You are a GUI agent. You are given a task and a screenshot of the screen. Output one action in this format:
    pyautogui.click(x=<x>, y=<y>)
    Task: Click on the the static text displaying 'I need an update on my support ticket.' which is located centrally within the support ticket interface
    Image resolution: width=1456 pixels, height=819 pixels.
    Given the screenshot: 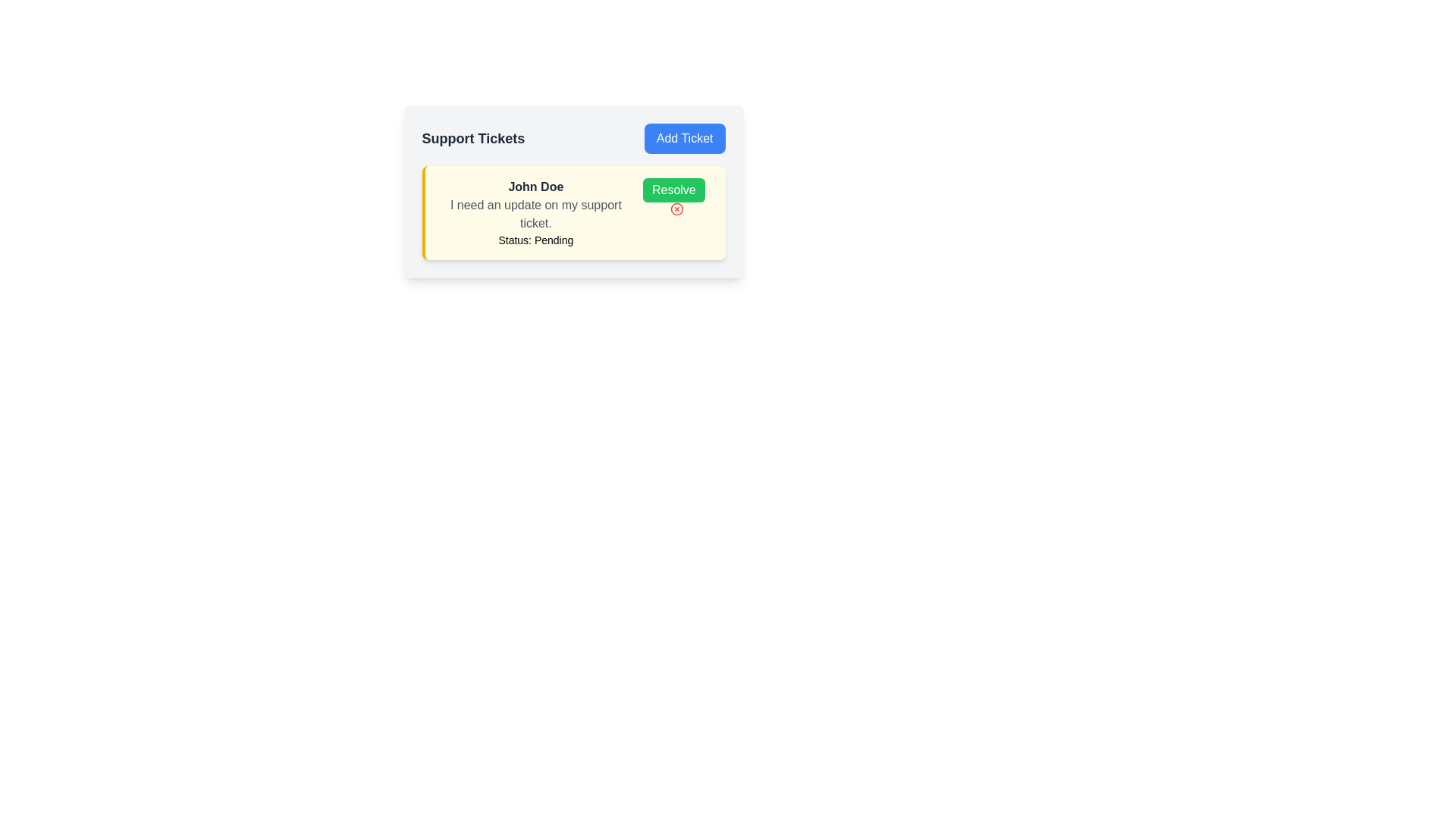 What is the action you would take?
    pyautogui.click(x=535, y=214)
    